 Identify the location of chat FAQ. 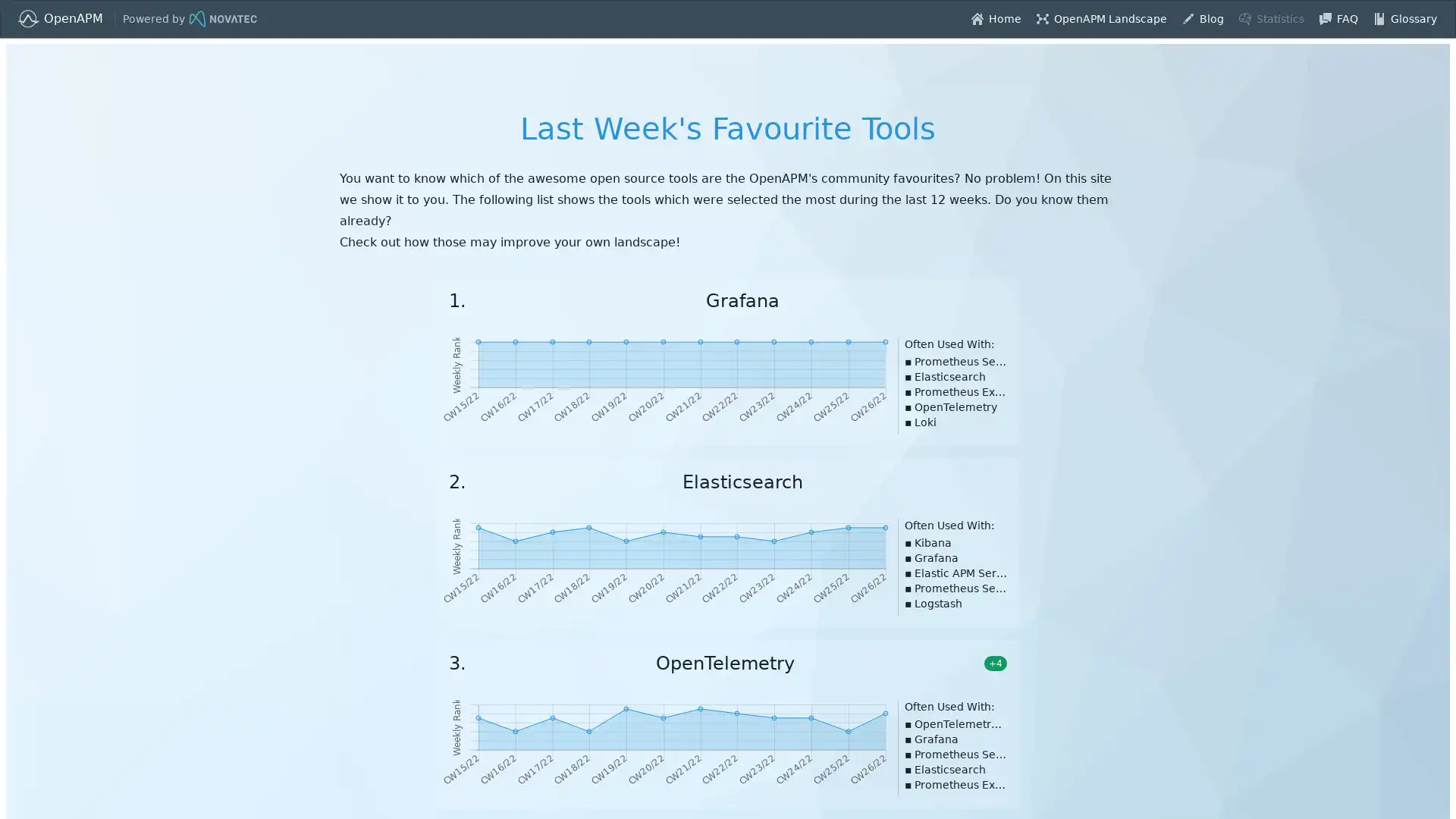
(1338, 18).